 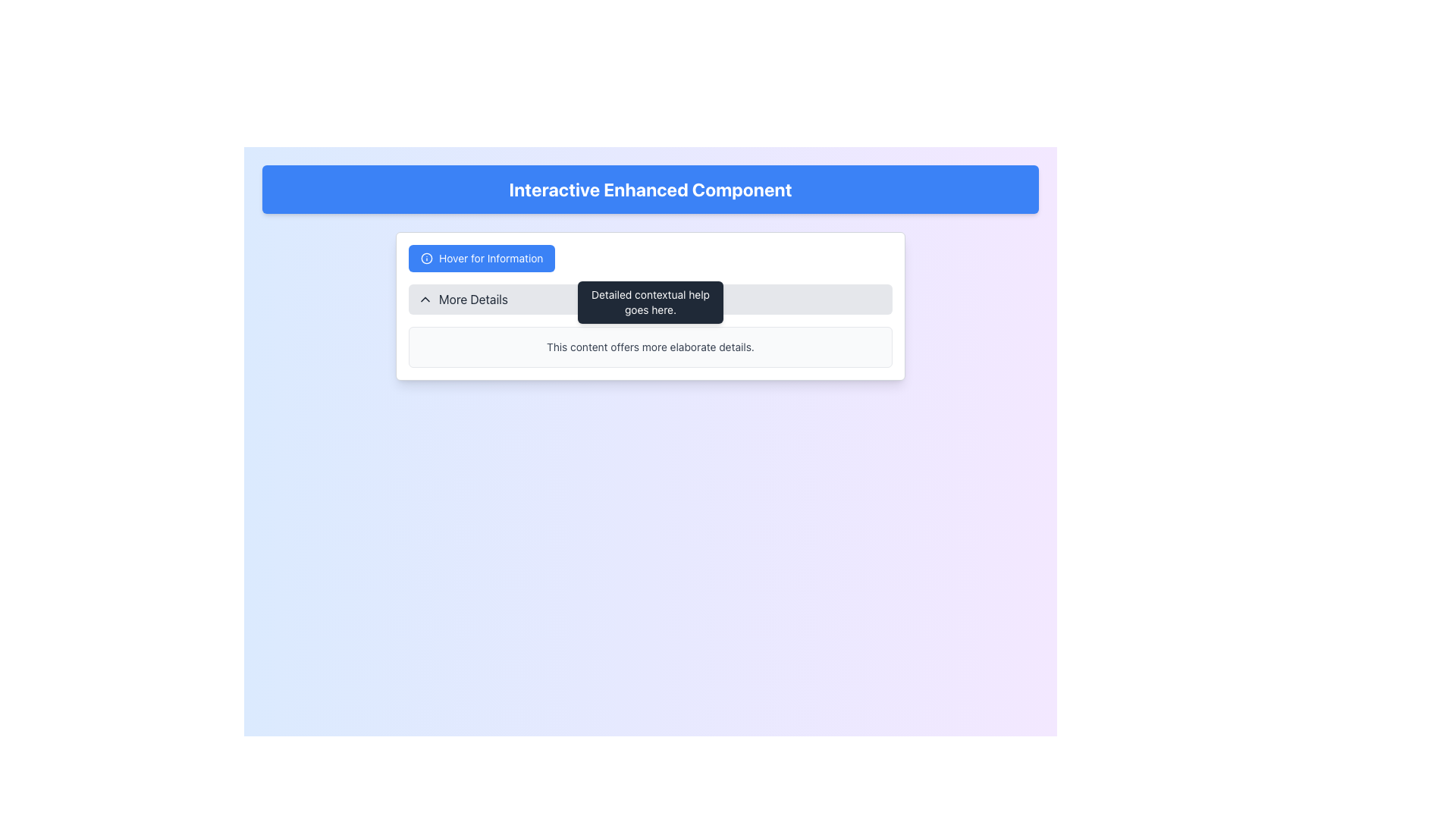 What do you see at coordinates (425, 257) in the screenshot?
I see `the circular graphical shape that is part of the SVG icon located near the top left of the 'Hover for Information' button` at bounding box center [425, 257].